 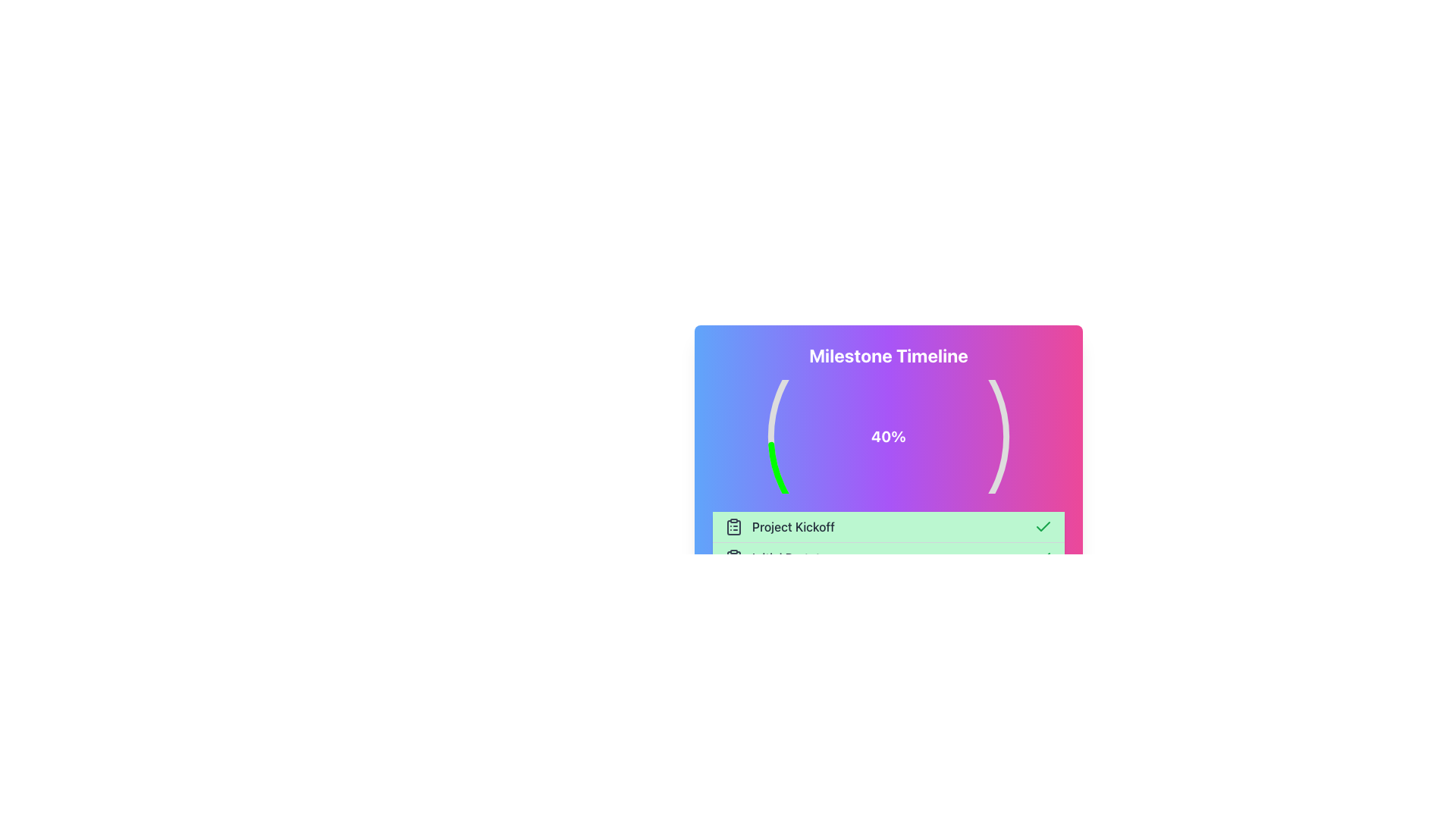 What do you see at coordinates (888, 436) in the screenshot?
I see `the text label displaying '40%' in bold white font located at the center of the circular progress visualization` at bounding box center [888, 436].